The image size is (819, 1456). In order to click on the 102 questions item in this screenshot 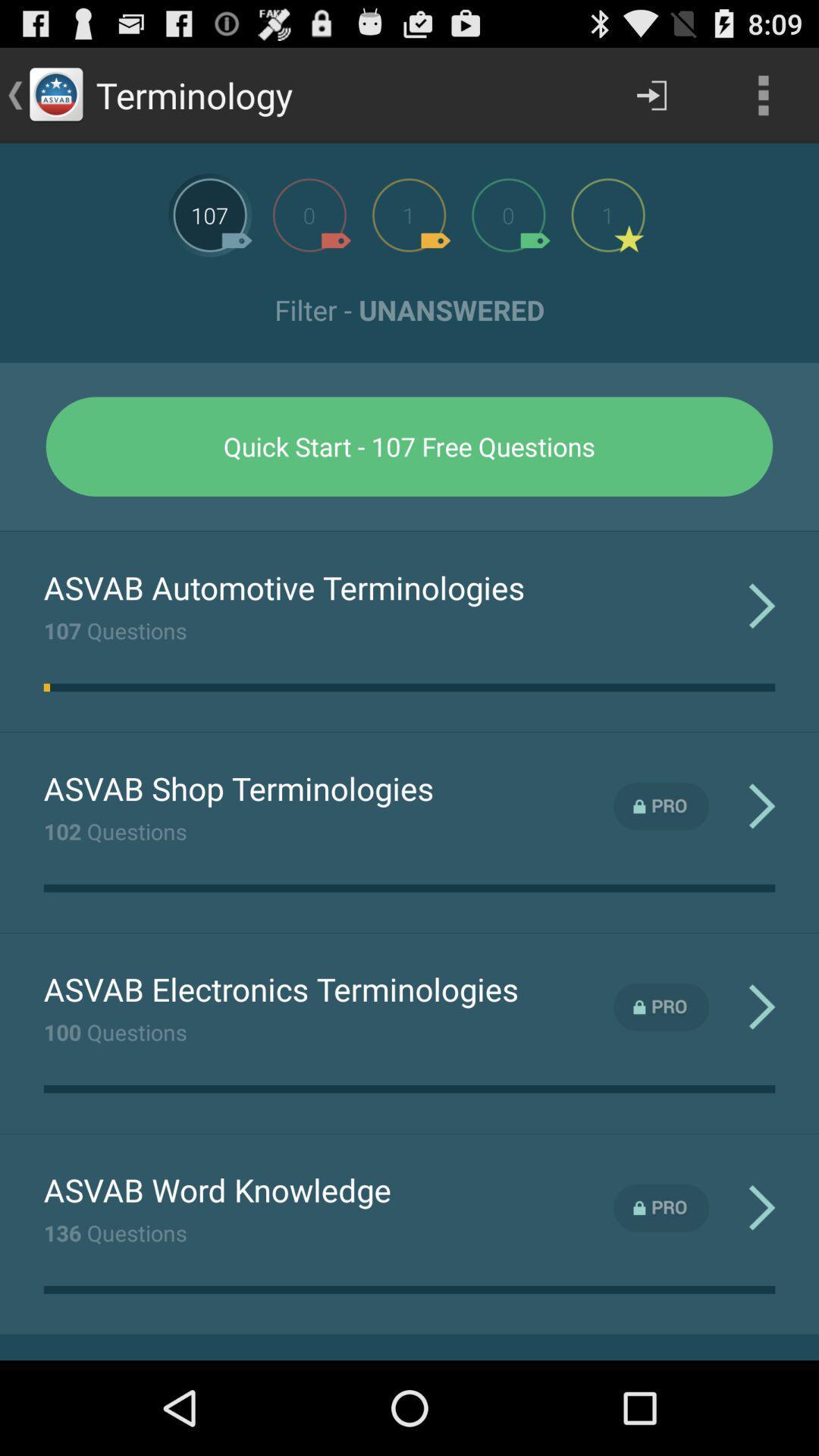, I will do `click(115, 830)`.